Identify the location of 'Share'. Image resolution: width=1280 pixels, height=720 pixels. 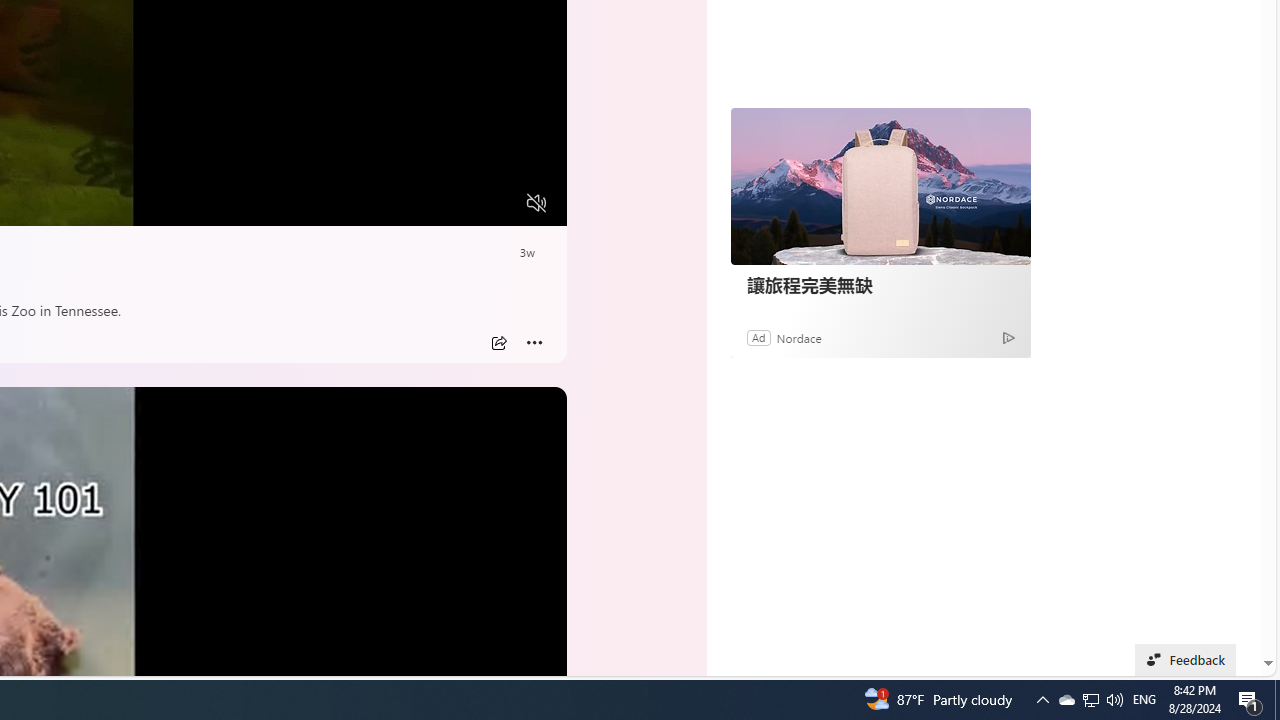
(498, 342).